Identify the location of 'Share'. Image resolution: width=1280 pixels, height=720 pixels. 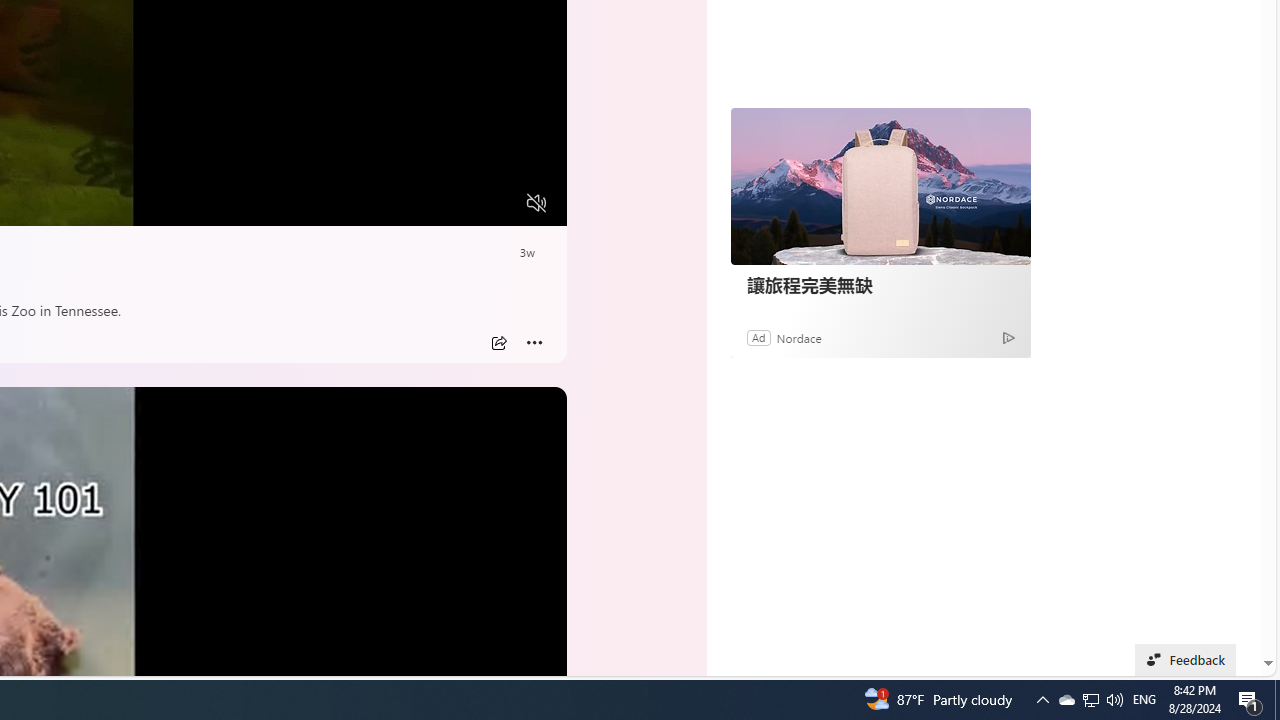
(498, 342).